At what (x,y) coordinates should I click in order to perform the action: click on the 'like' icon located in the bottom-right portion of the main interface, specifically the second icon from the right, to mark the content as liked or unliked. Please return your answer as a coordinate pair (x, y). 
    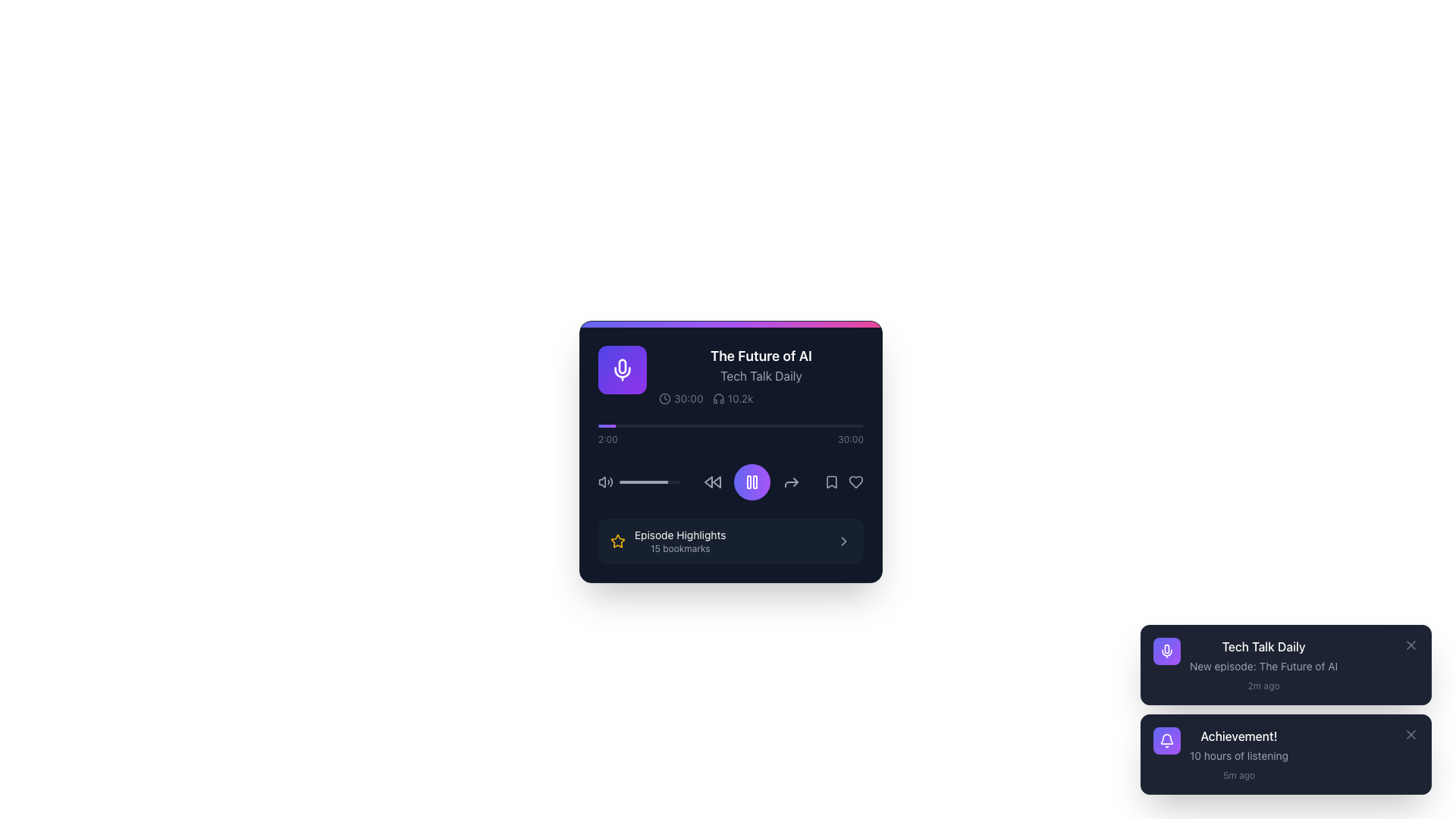
    Looking at the image, I should click on (855, 482).